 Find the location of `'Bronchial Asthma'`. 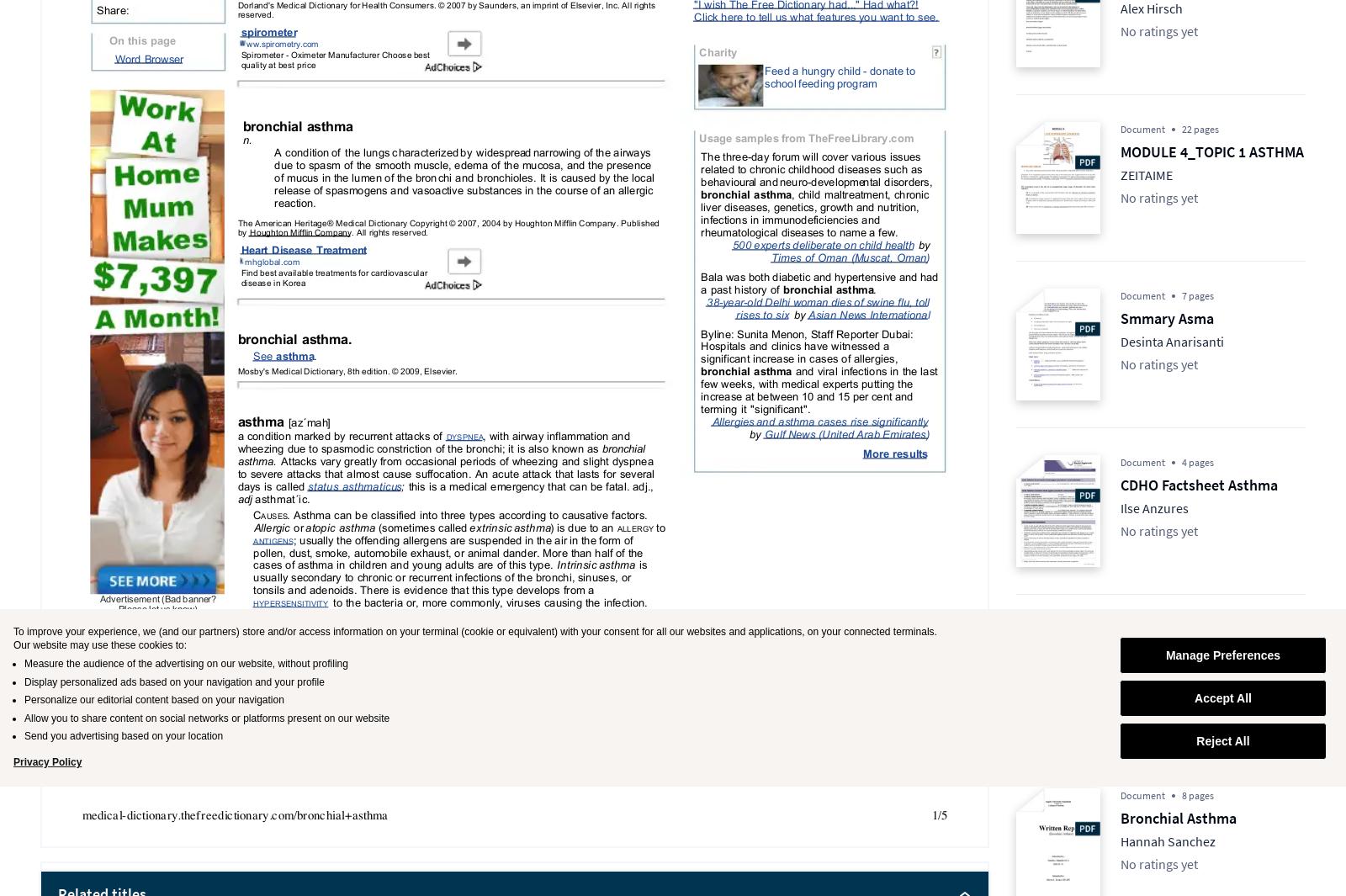

'Bronchial Asthma' is located at coordinates (1120, 818).